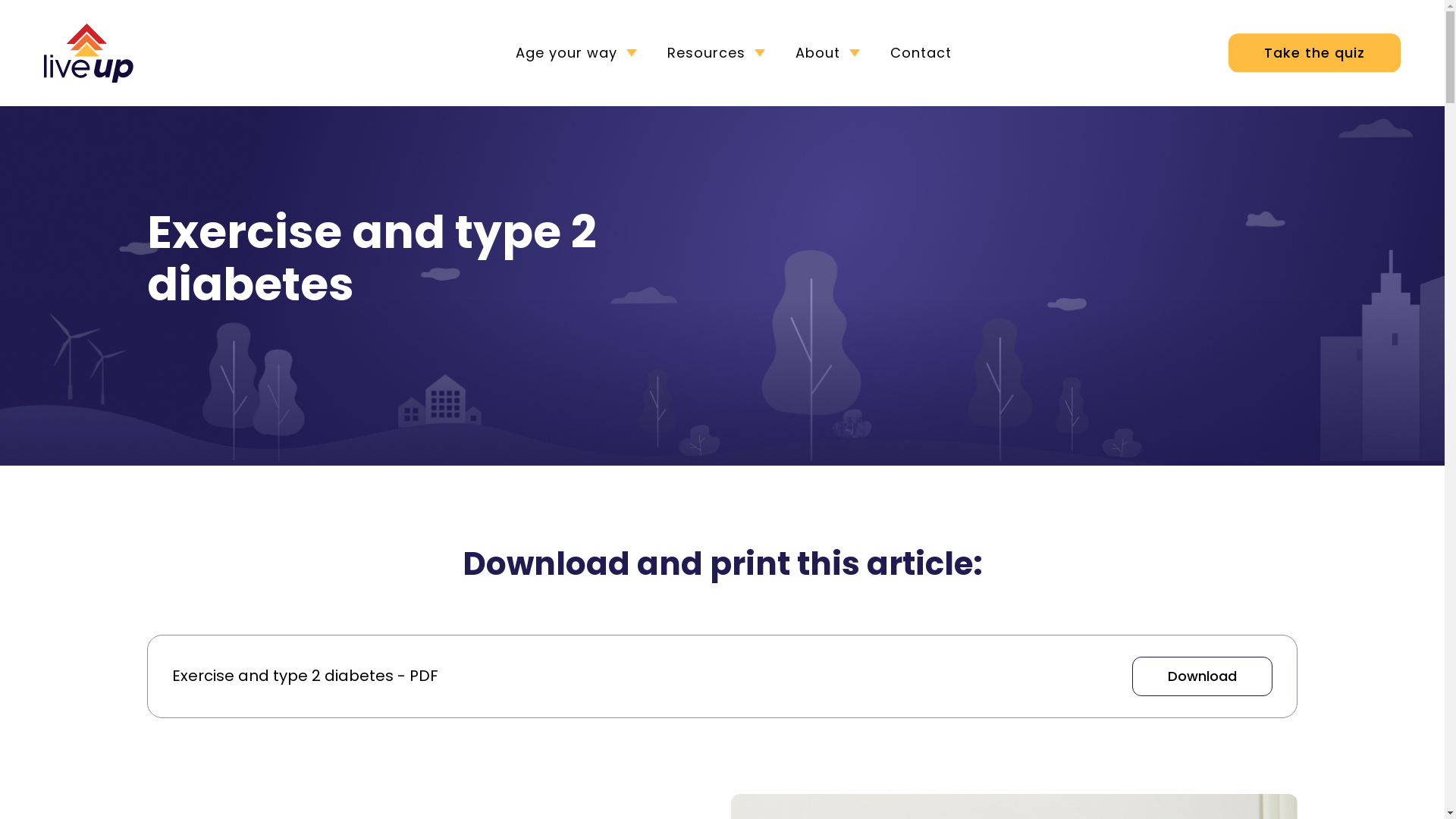 The height and width of the screenshot is (819, 1456). What do you see at coordinates (1201, 675) in the screenshot?
I see `'Download'` at bounding box center [1201, 675].